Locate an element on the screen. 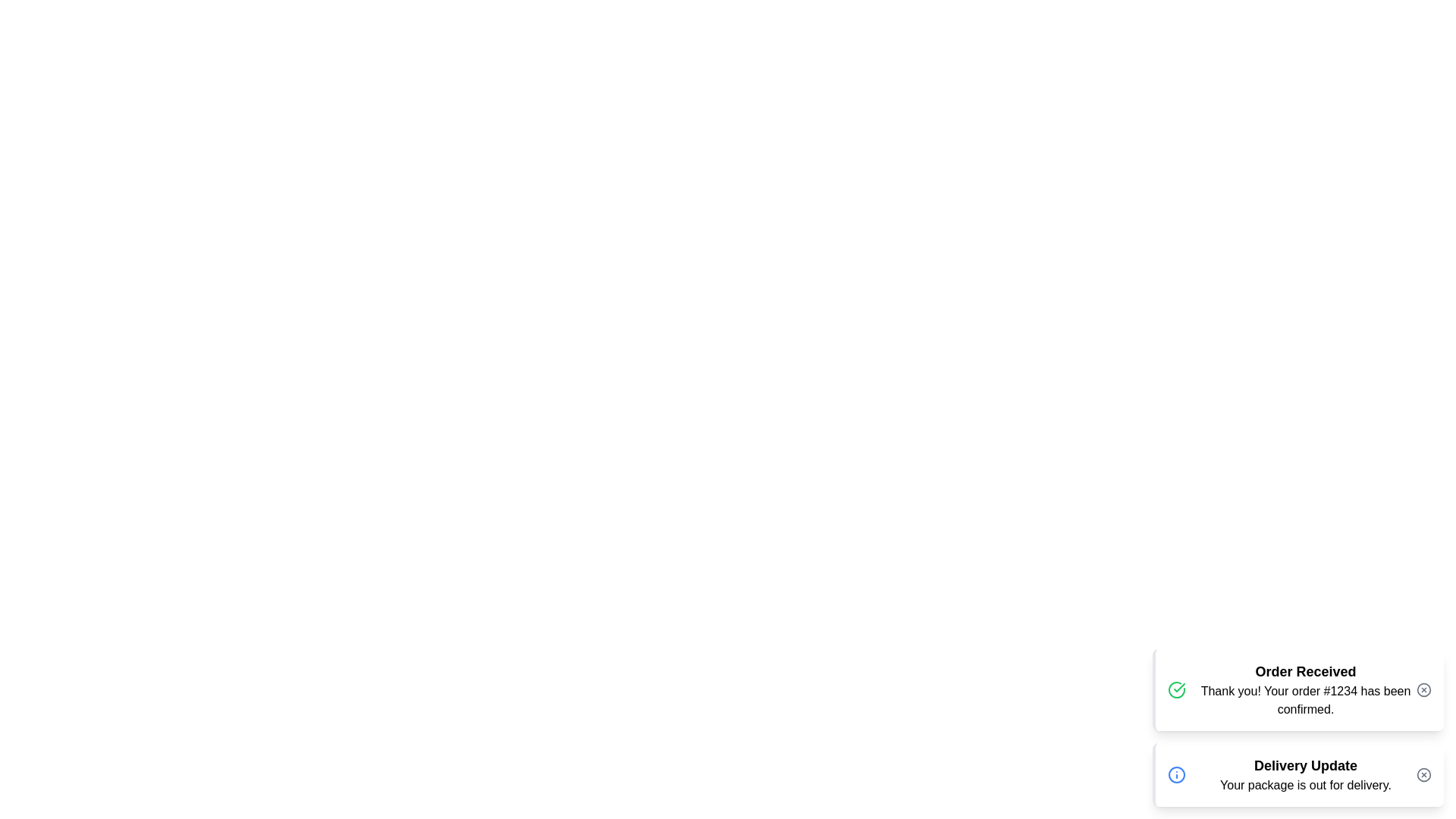 Image resolution: width=1456 pixels, height=819 pixels. the notification titled 'Order Received' to observe visual feedback is located at coordinates (1298, 690).